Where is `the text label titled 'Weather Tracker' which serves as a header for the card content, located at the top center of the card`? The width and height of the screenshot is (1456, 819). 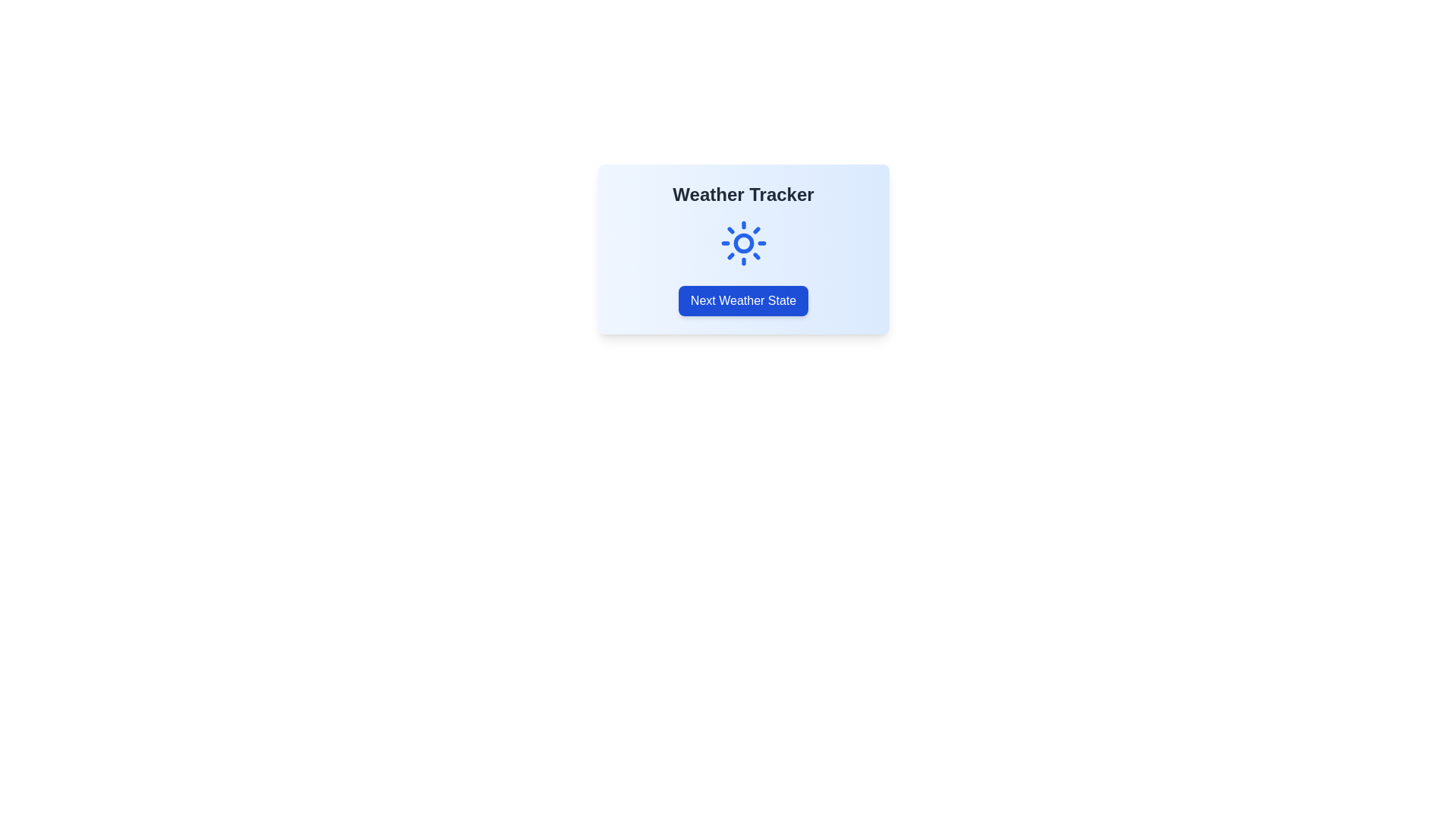
the text label titled 'Weather Tracker' which serves as a header for the card content, located at the top center of the card is located at coordinates (743, 194).